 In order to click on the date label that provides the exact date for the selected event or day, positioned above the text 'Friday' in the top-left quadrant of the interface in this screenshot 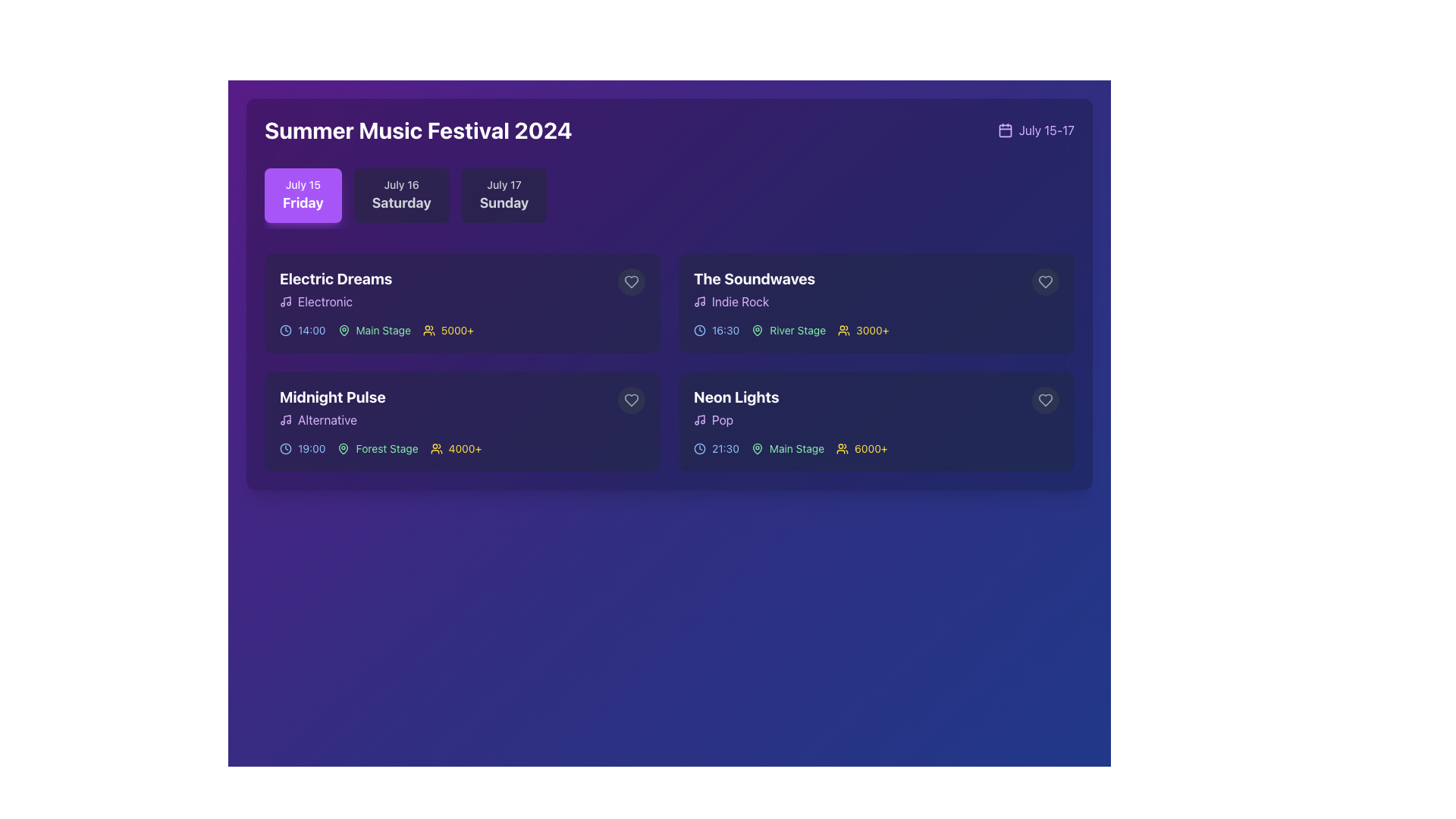, I will do `click(303, 184)`.